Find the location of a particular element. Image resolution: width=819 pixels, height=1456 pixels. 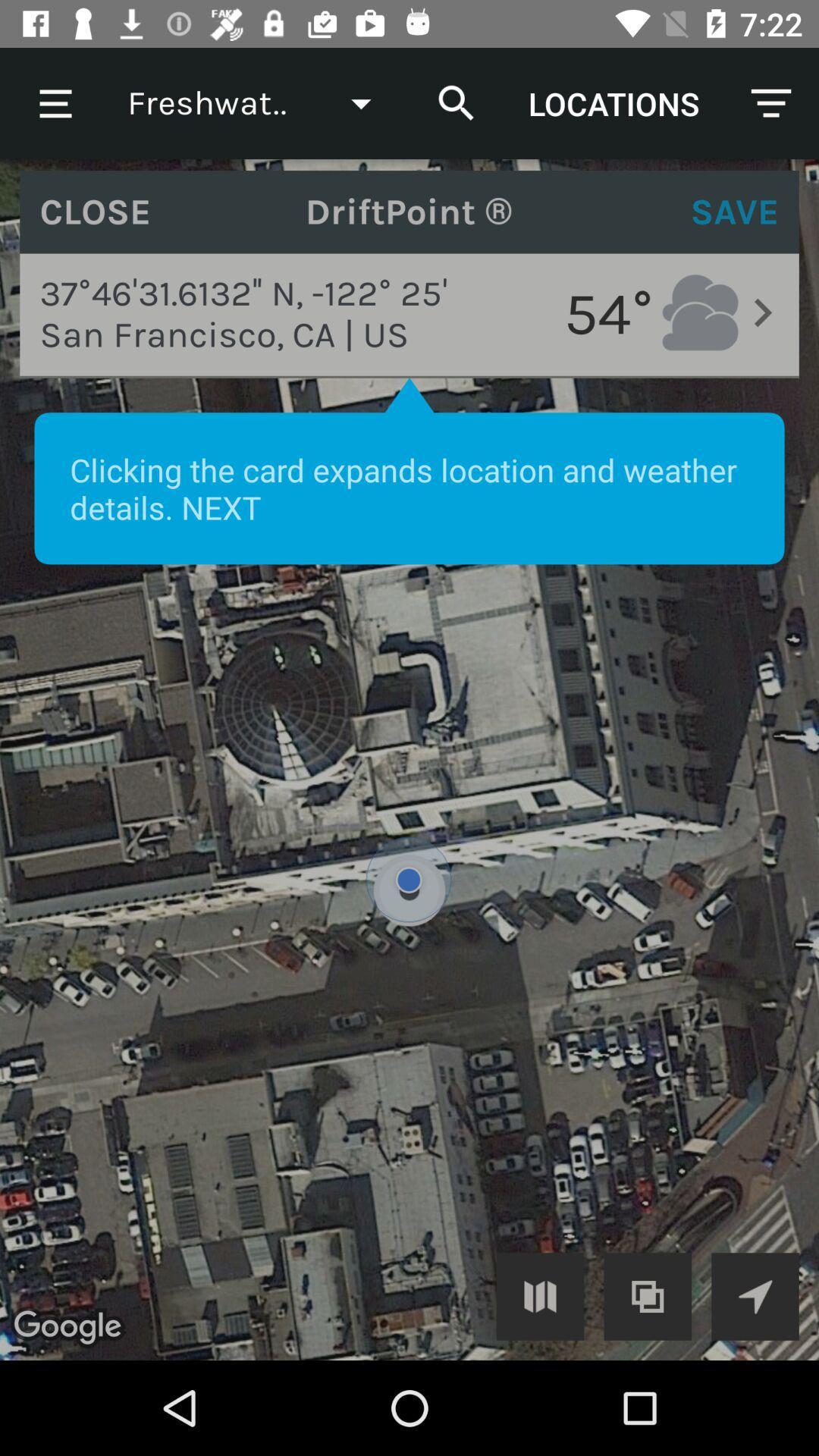

uparrow is located at coordinates (755, 1295).